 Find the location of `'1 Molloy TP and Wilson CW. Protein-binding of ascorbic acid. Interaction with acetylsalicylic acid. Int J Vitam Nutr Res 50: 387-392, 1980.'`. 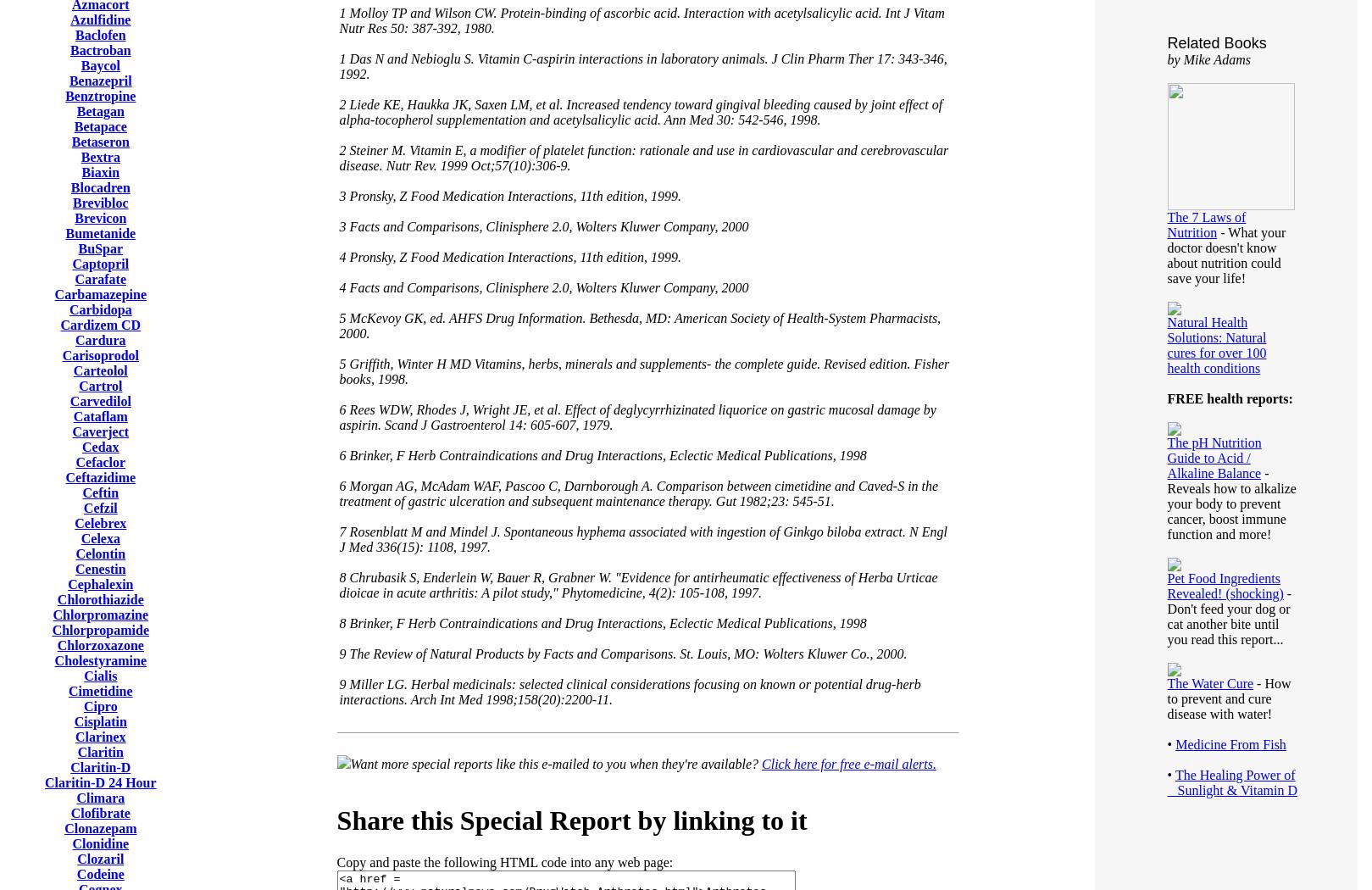

'1 Molloy TP and Wilson CW. Protein-binding of ascorbic acid. Interaction with acetylsalicylic acid. Int J Vitam Nutr Res 50: 387-392, 1980.' is located at coordinates (642, 19).